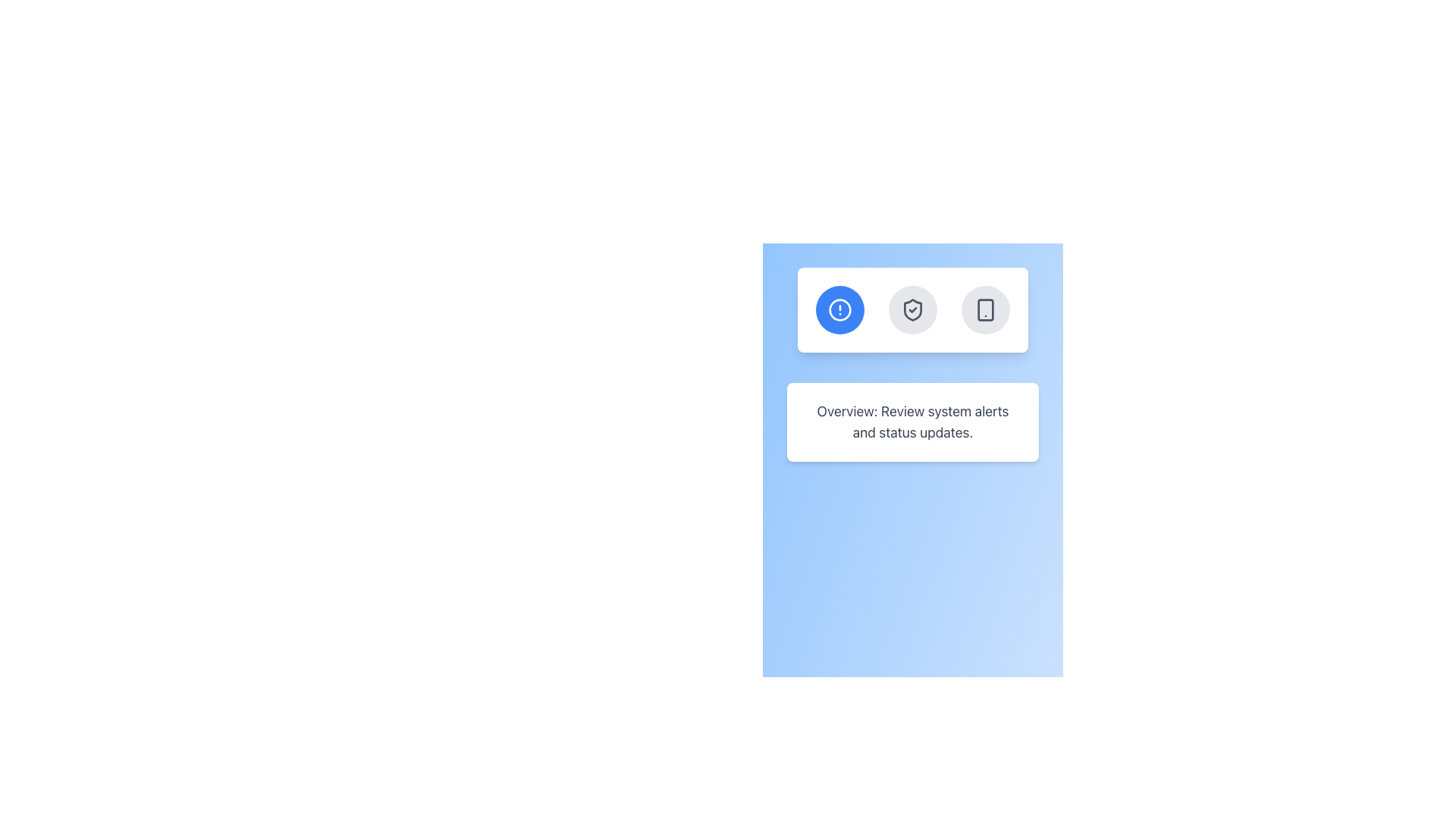 The image size is (1456, 819). What do you see at coordinates (912, 309) in the screenshot?
I see `the middle button in a horizontal row of three buttons, which features a shield-and-check icon` at bounding box center [912, 309].